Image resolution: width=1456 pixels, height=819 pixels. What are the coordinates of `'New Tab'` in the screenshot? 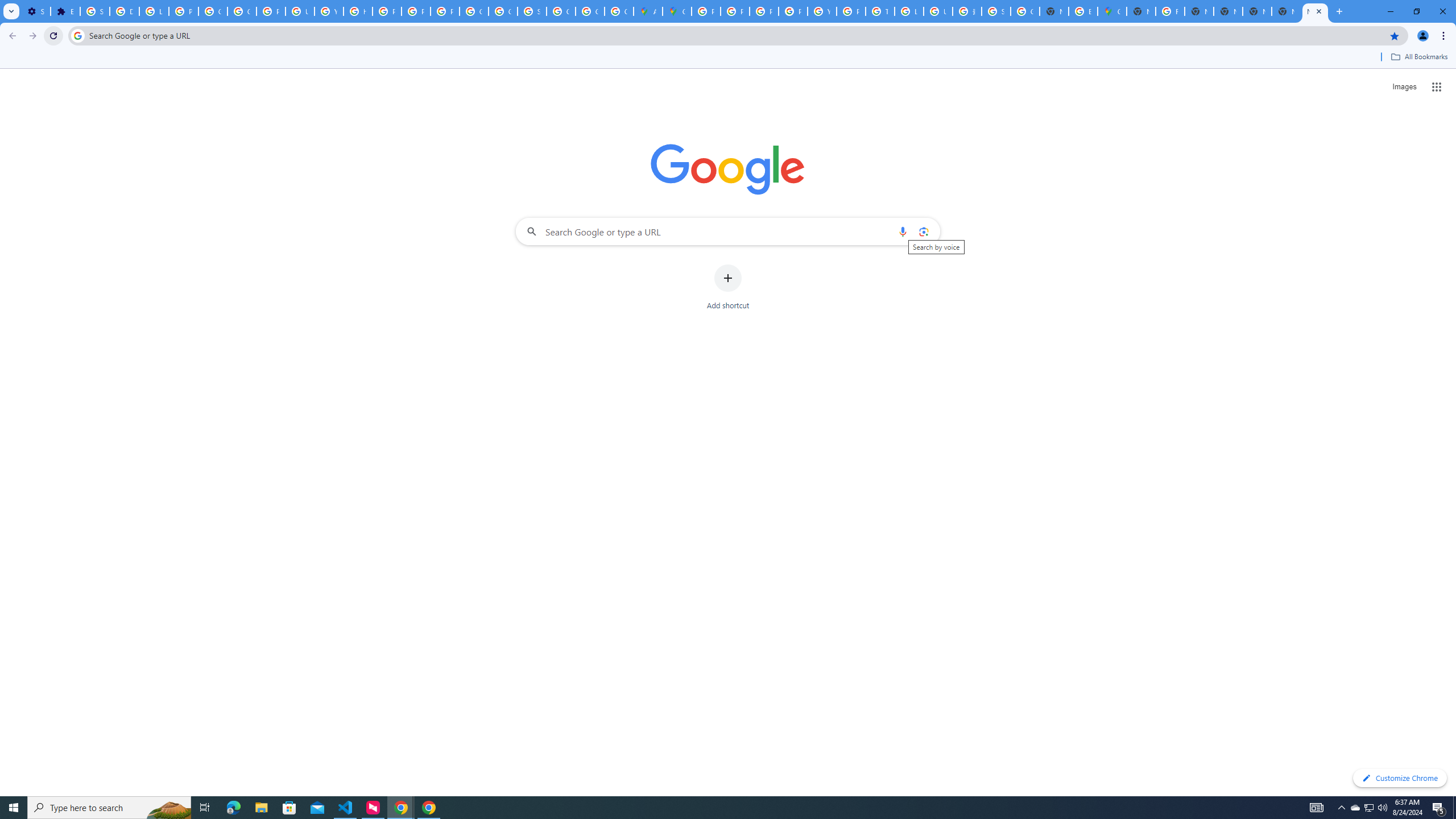 It's located at (1314, 11).